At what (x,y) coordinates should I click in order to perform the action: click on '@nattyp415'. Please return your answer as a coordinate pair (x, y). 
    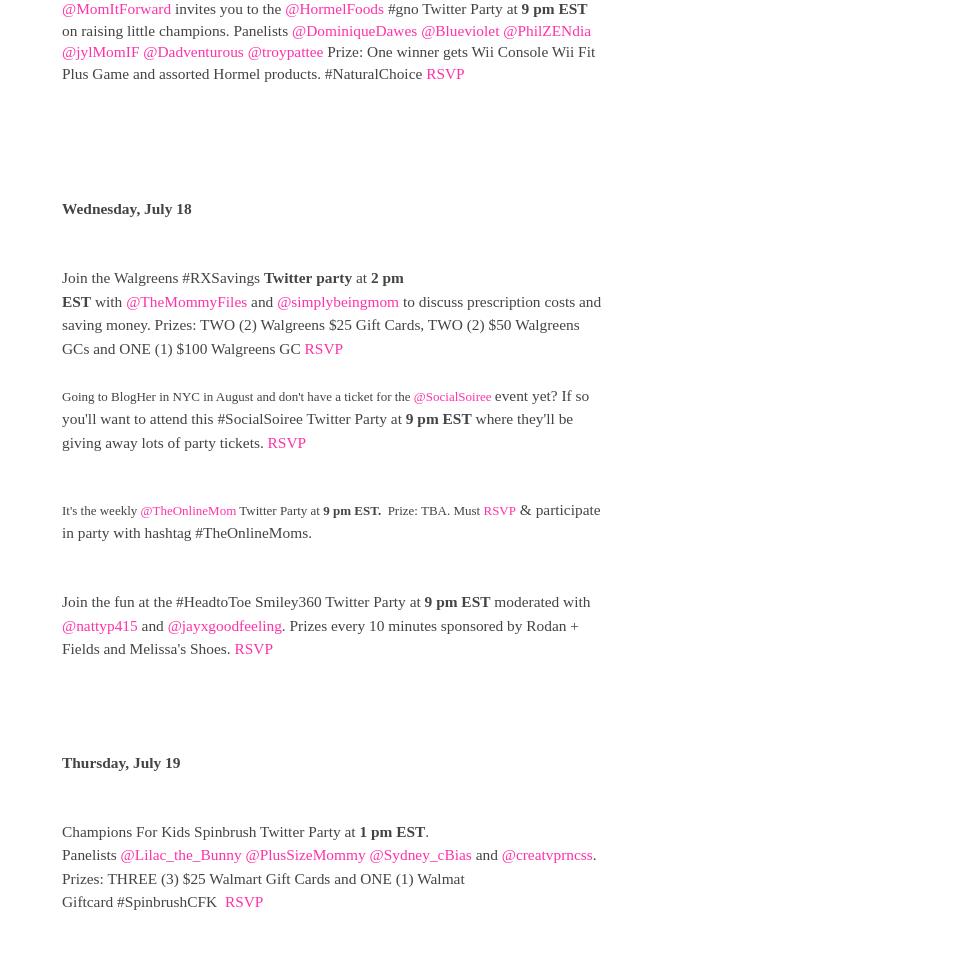
    Looking at the image, I should click on (99, 623).